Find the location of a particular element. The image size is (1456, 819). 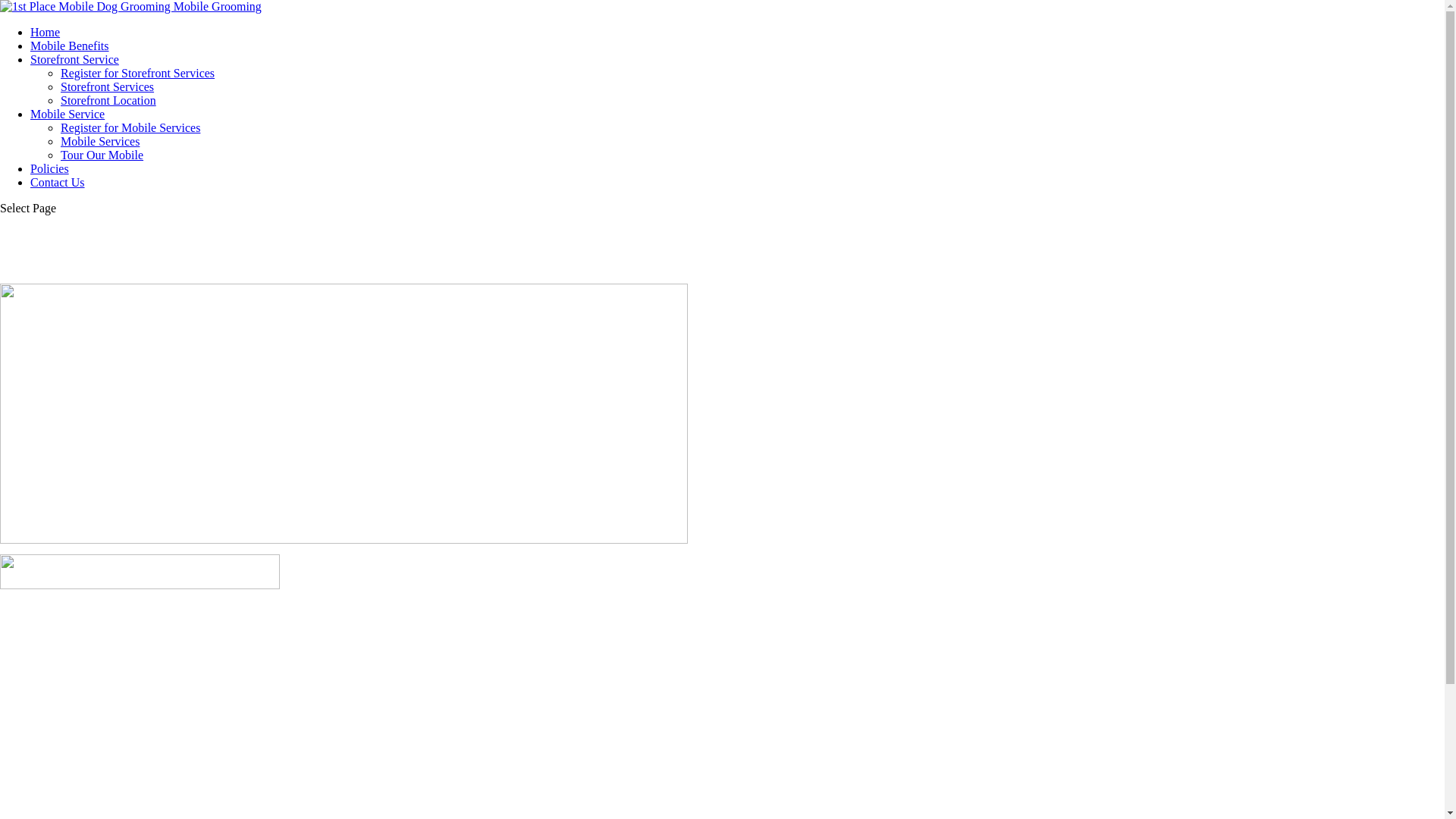

'Home' is located at coordinates (45, 32).